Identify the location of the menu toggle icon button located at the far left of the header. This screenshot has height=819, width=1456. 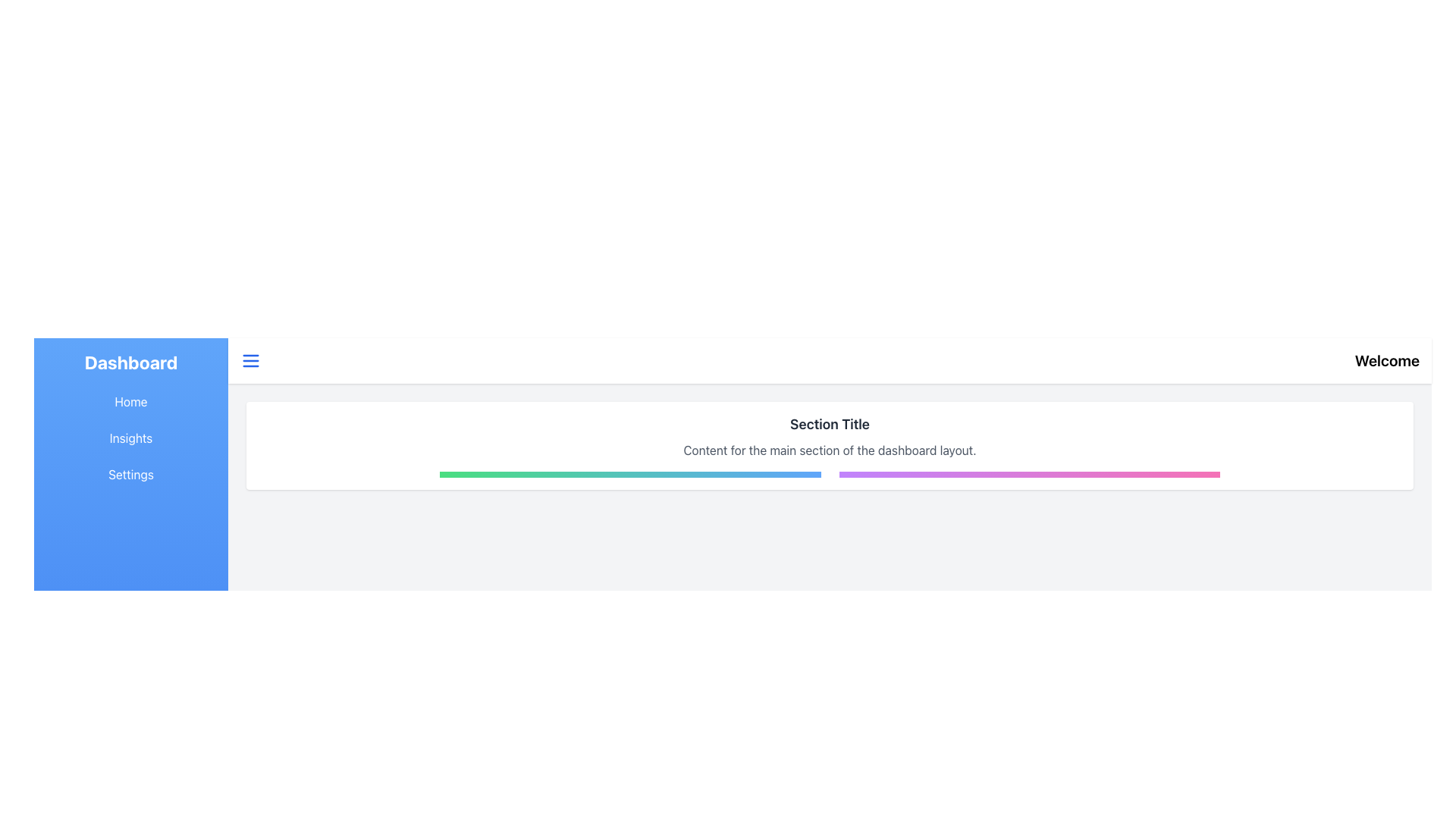
(251, 360).